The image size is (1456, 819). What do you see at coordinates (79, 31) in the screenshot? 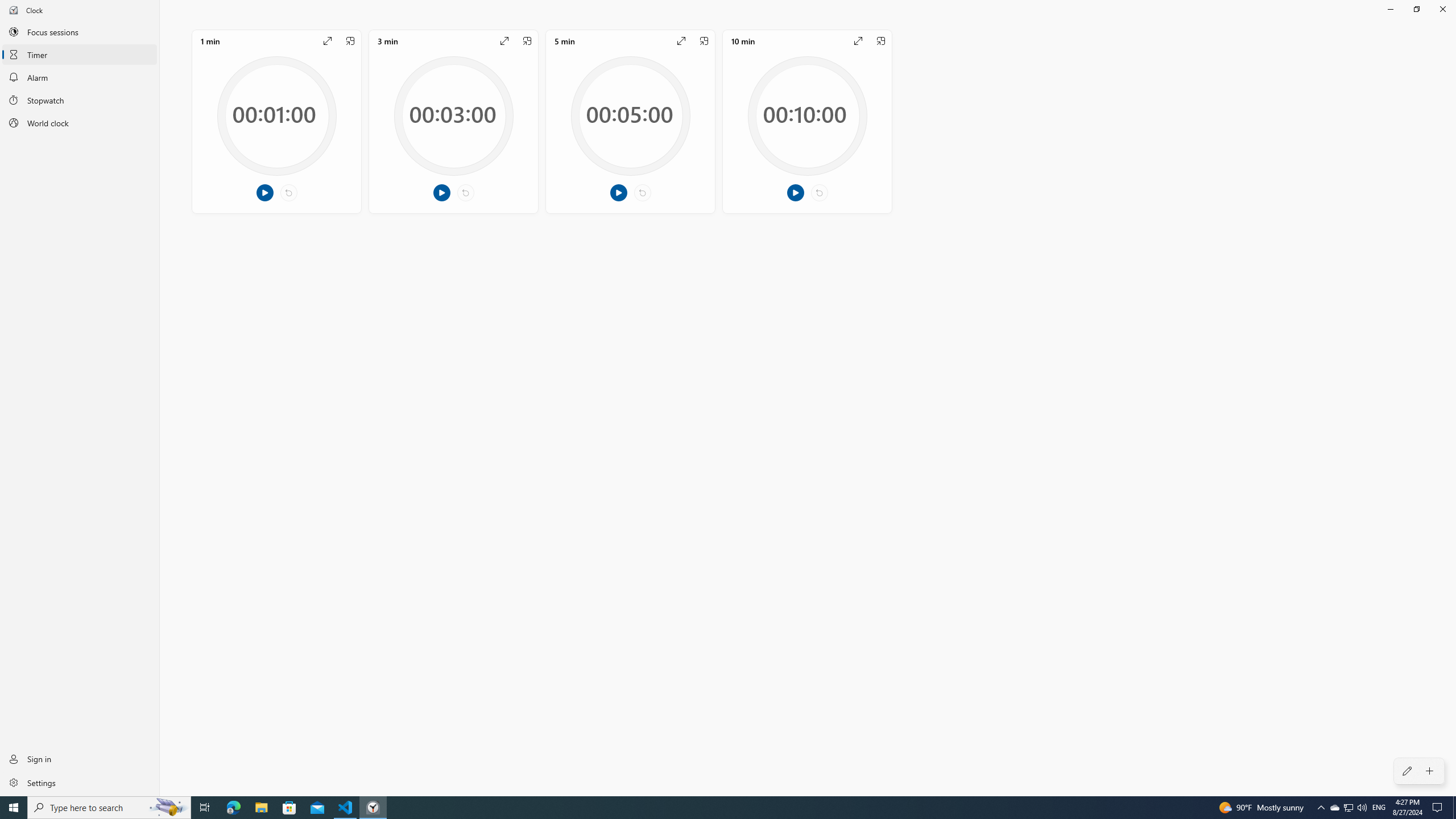
I see `'Focus sessions'` at bounding box center [79, 31].